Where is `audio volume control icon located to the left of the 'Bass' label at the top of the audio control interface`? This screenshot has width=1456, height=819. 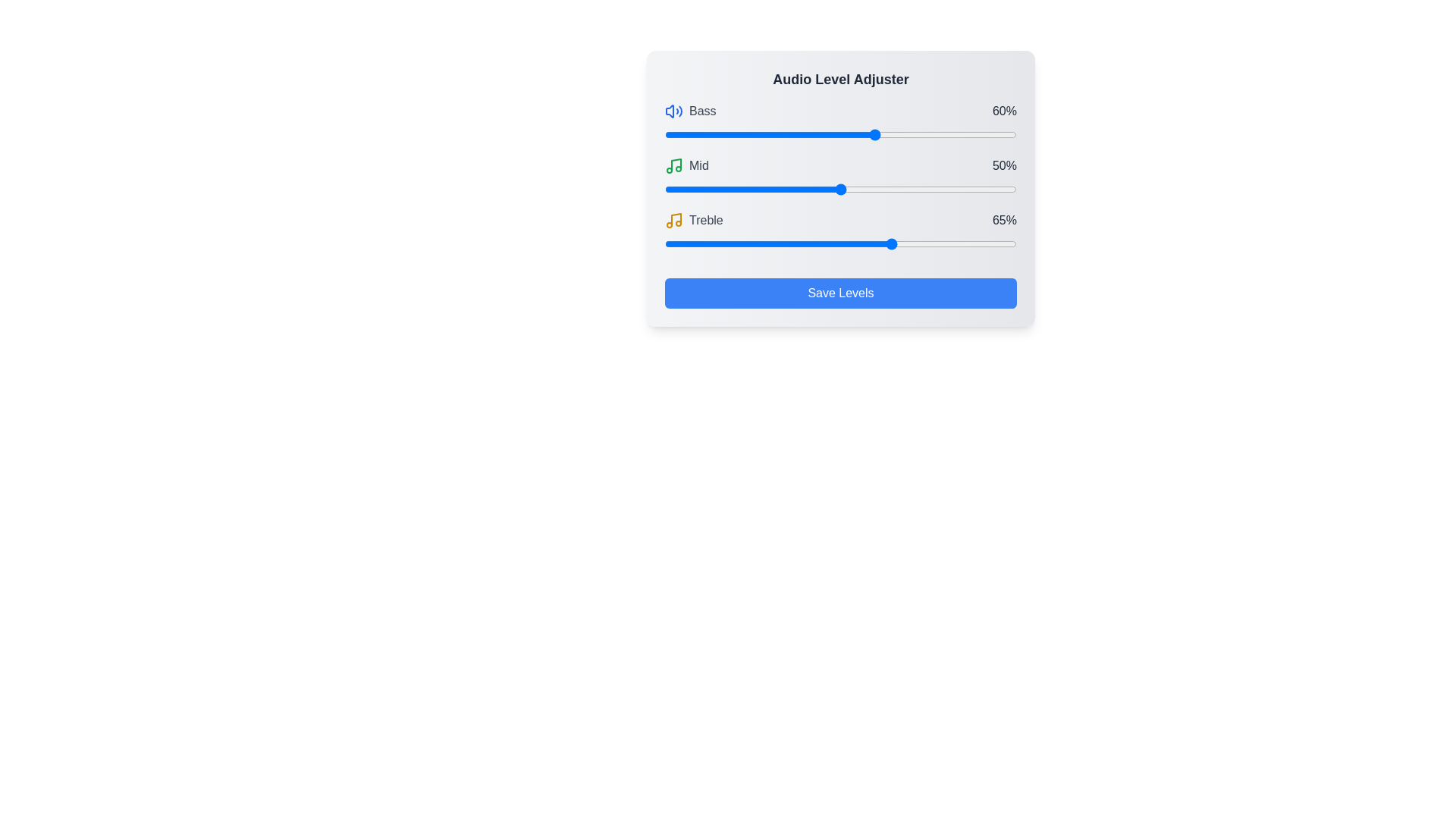
audio volume control icon located to the left of the 'Bass' label at the top of the audio control interface is located at coordinates (673, 110).